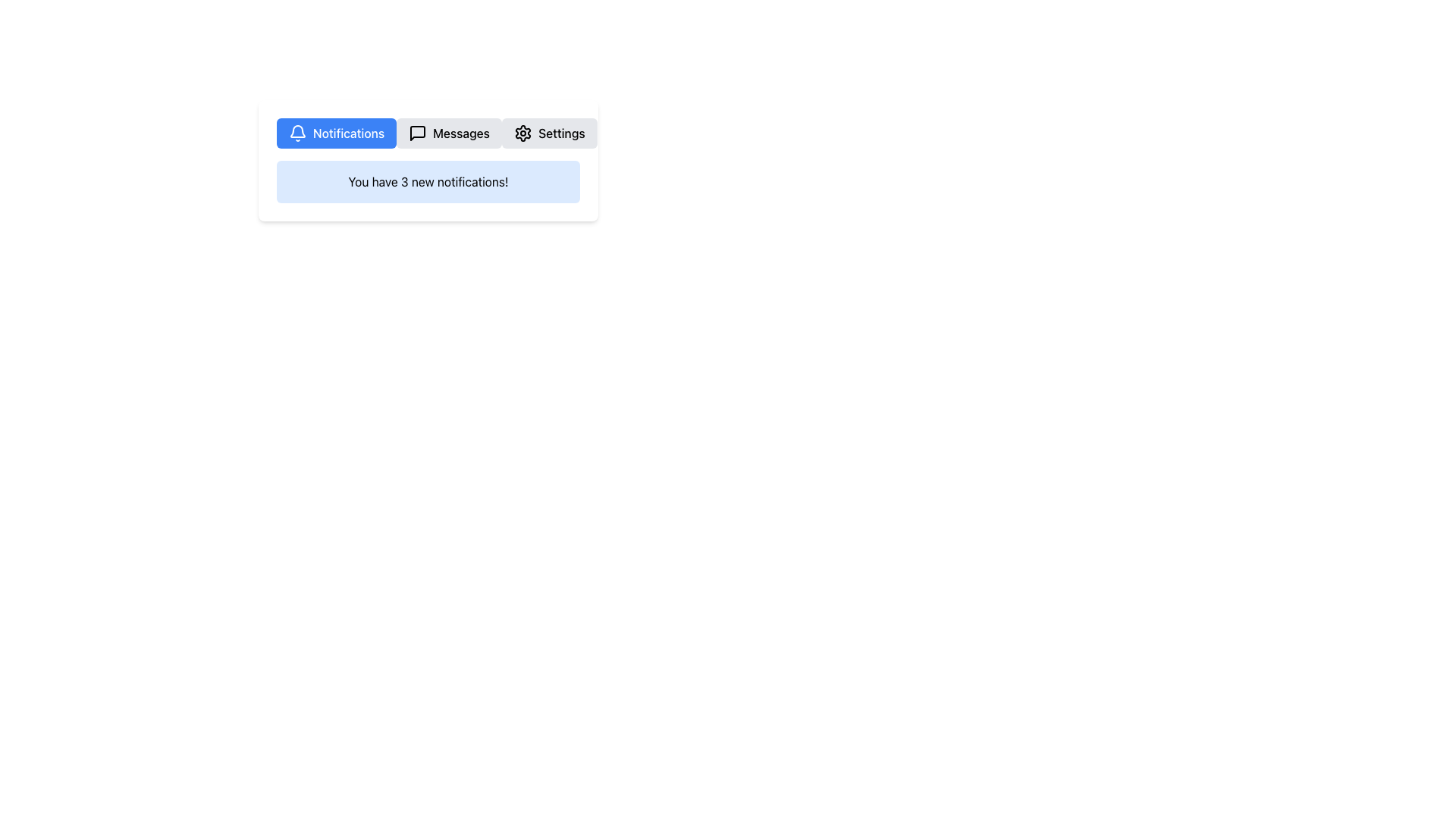  I want to click on the notification icon located in the top-left corner of the notifications area, which serves as a visual cue for updates or alerts, so click(298, 130).